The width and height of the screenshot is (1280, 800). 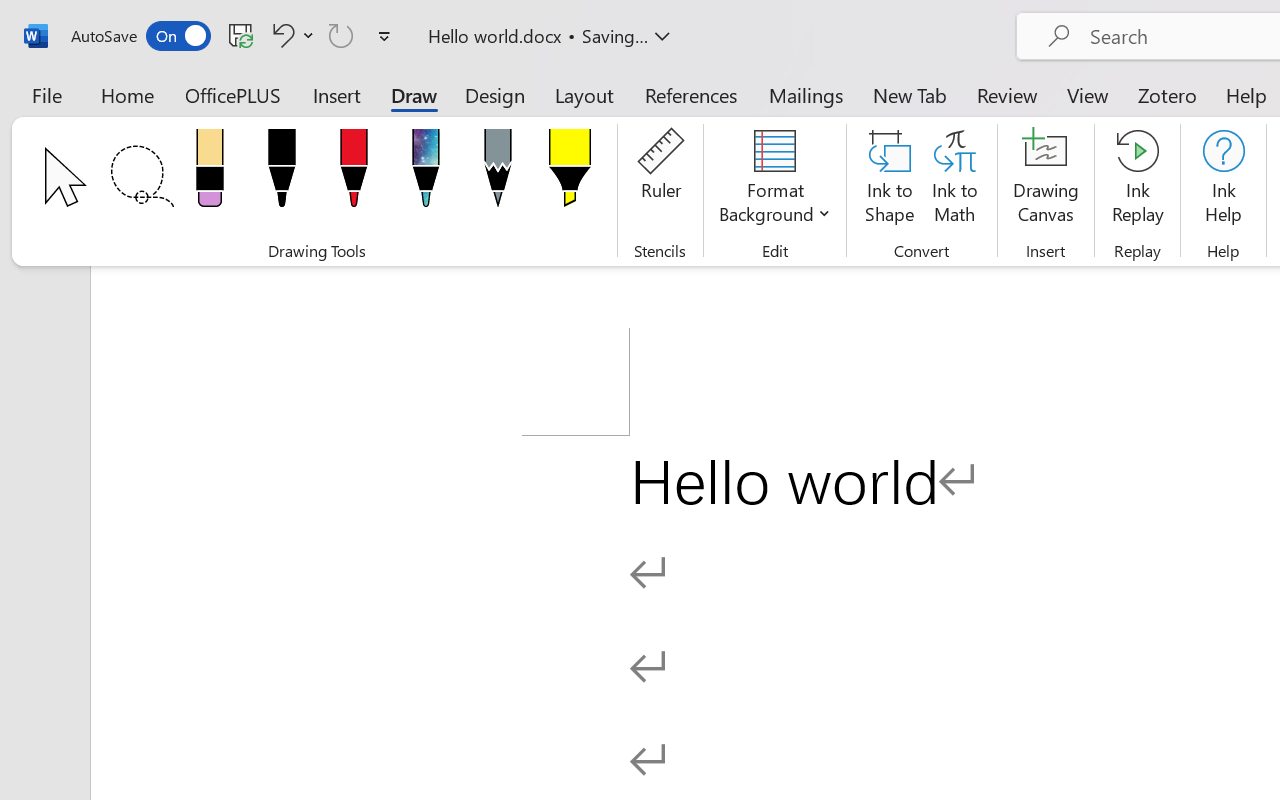 What do you see at coordinates (279, 34) in the screenshot?
I see `'Undo Click and Type Formatting'` at bounding box center [279, 34].